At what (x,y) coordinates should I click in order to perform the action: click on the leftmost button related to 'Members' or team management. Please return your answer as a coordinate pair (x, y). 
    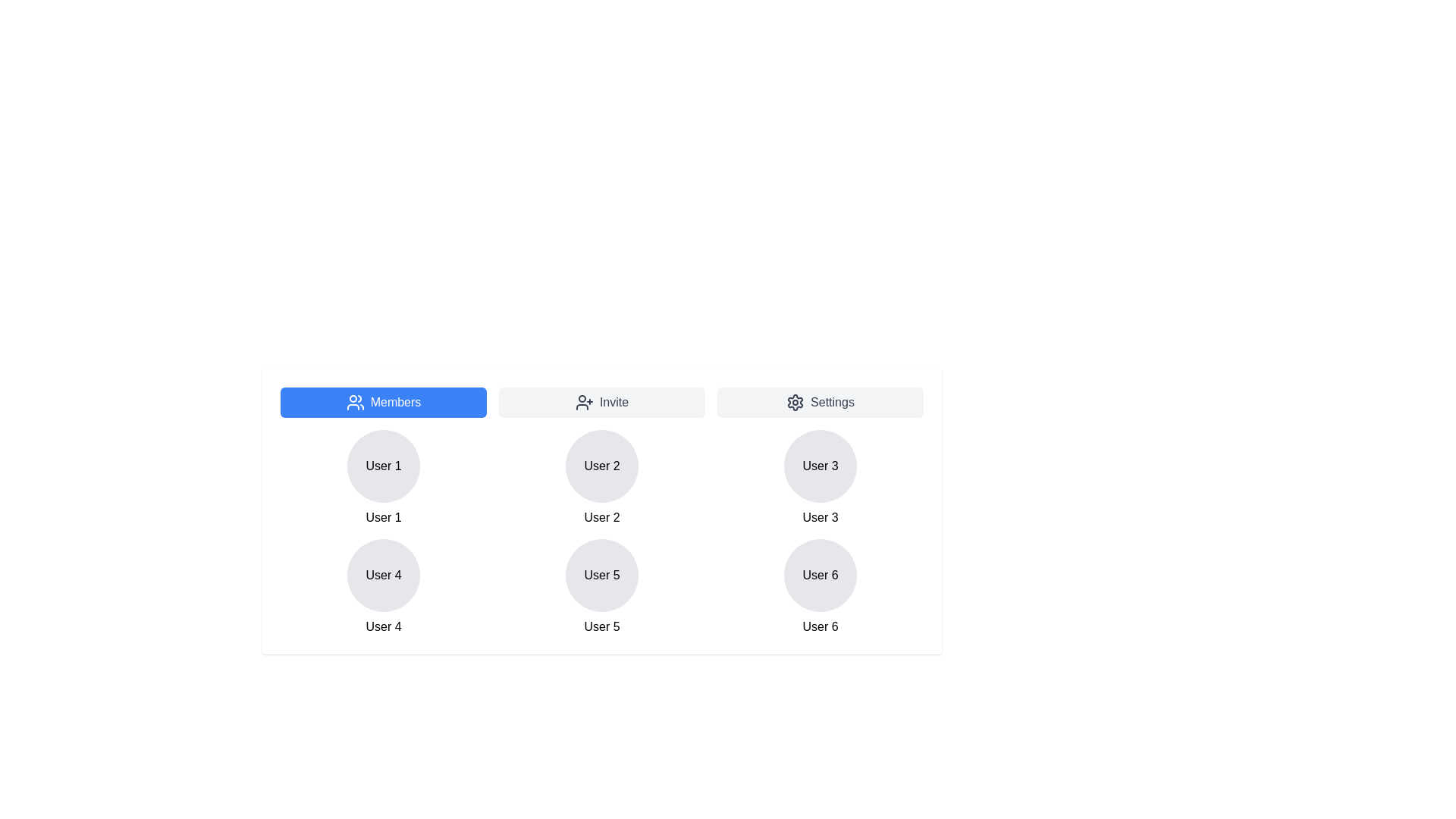
    Looking at the image, I should click on (383, 402).